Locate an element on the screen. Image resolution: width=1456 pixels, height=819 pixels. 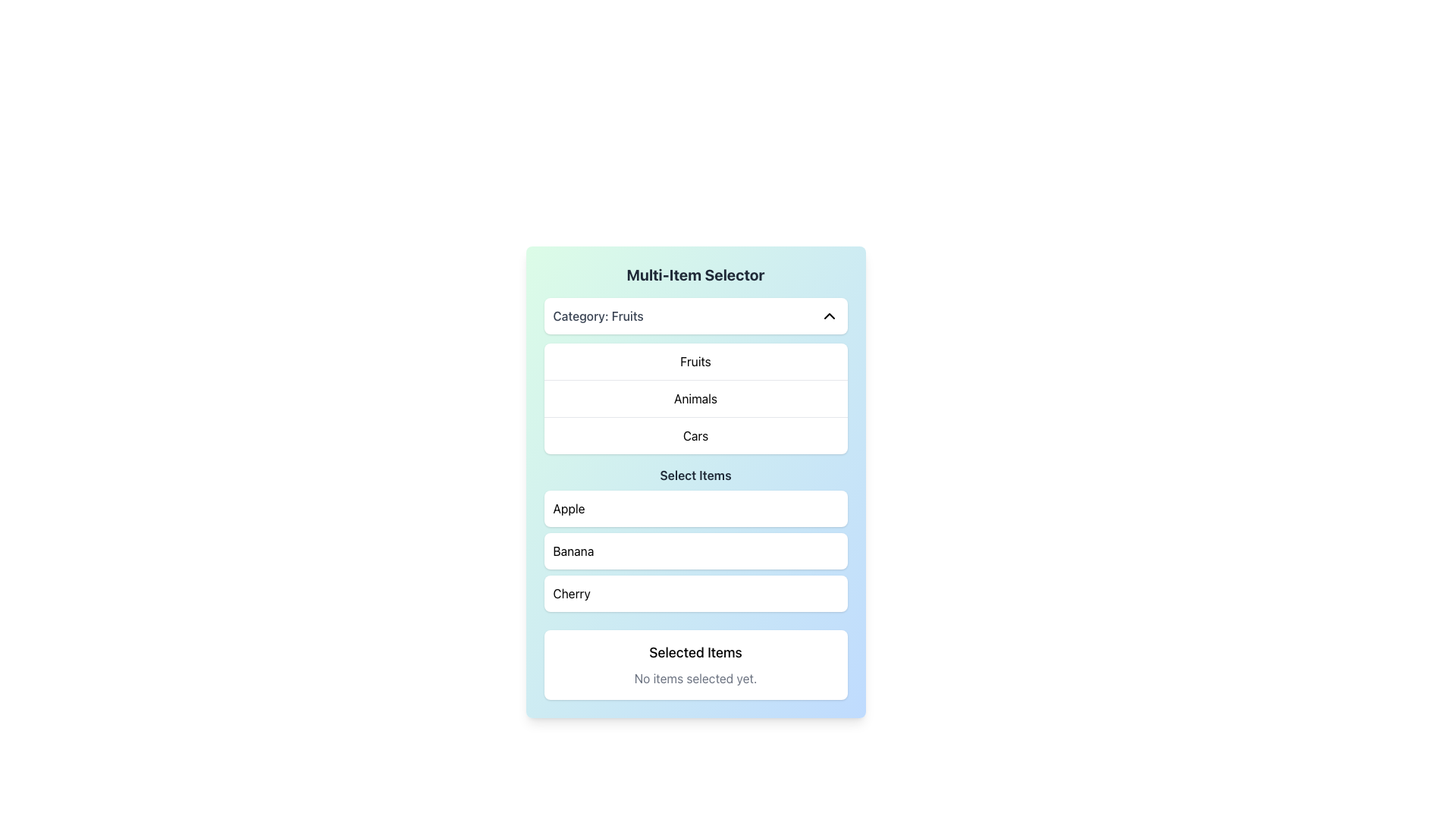
the 'Fruits' category button, which is the topmost item in a vertical list of options with a white background and minimalistic styling is located at coordinates (695, 362).